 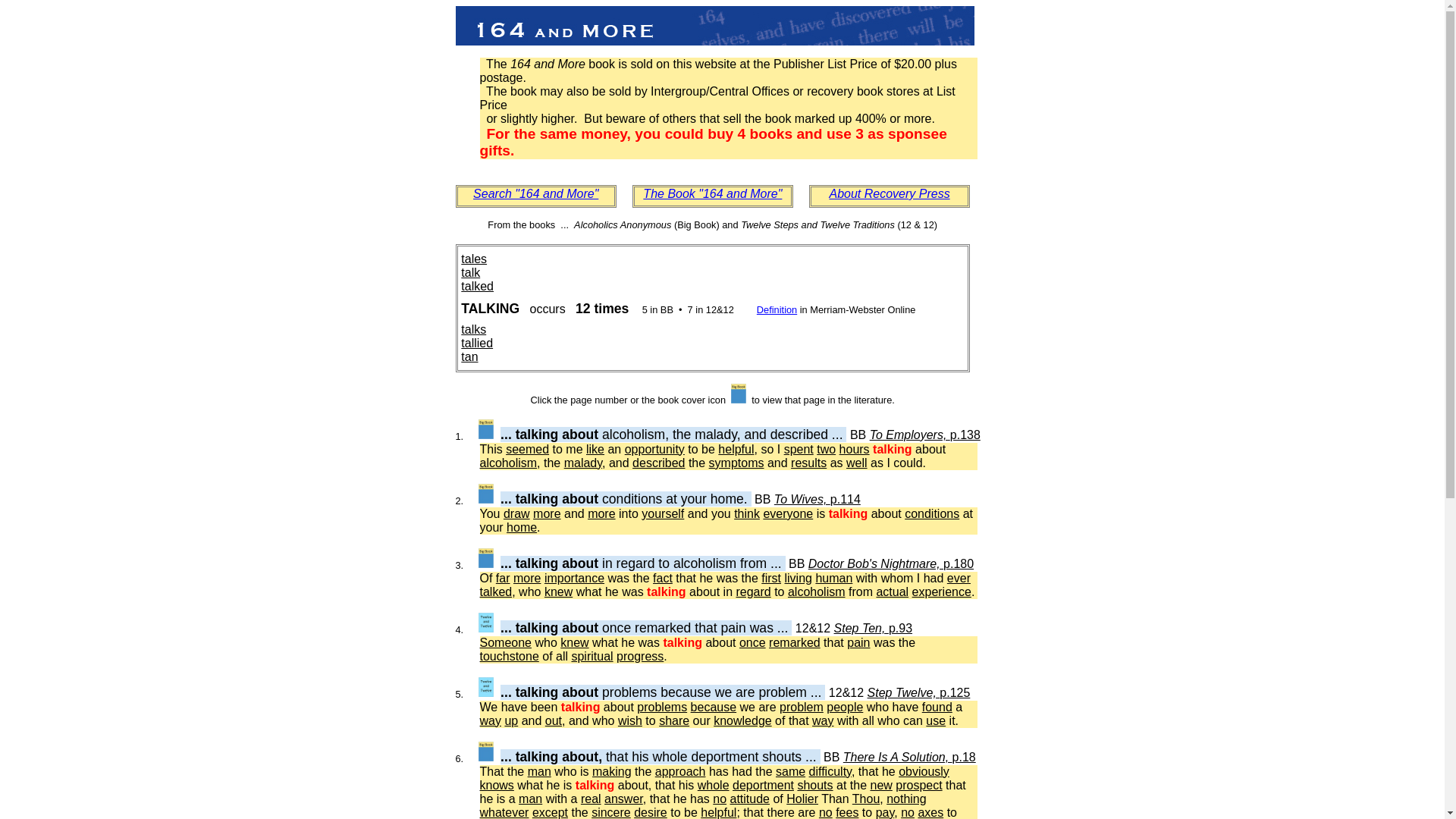 I want to click on 'talk', so click(x=469, y=271).